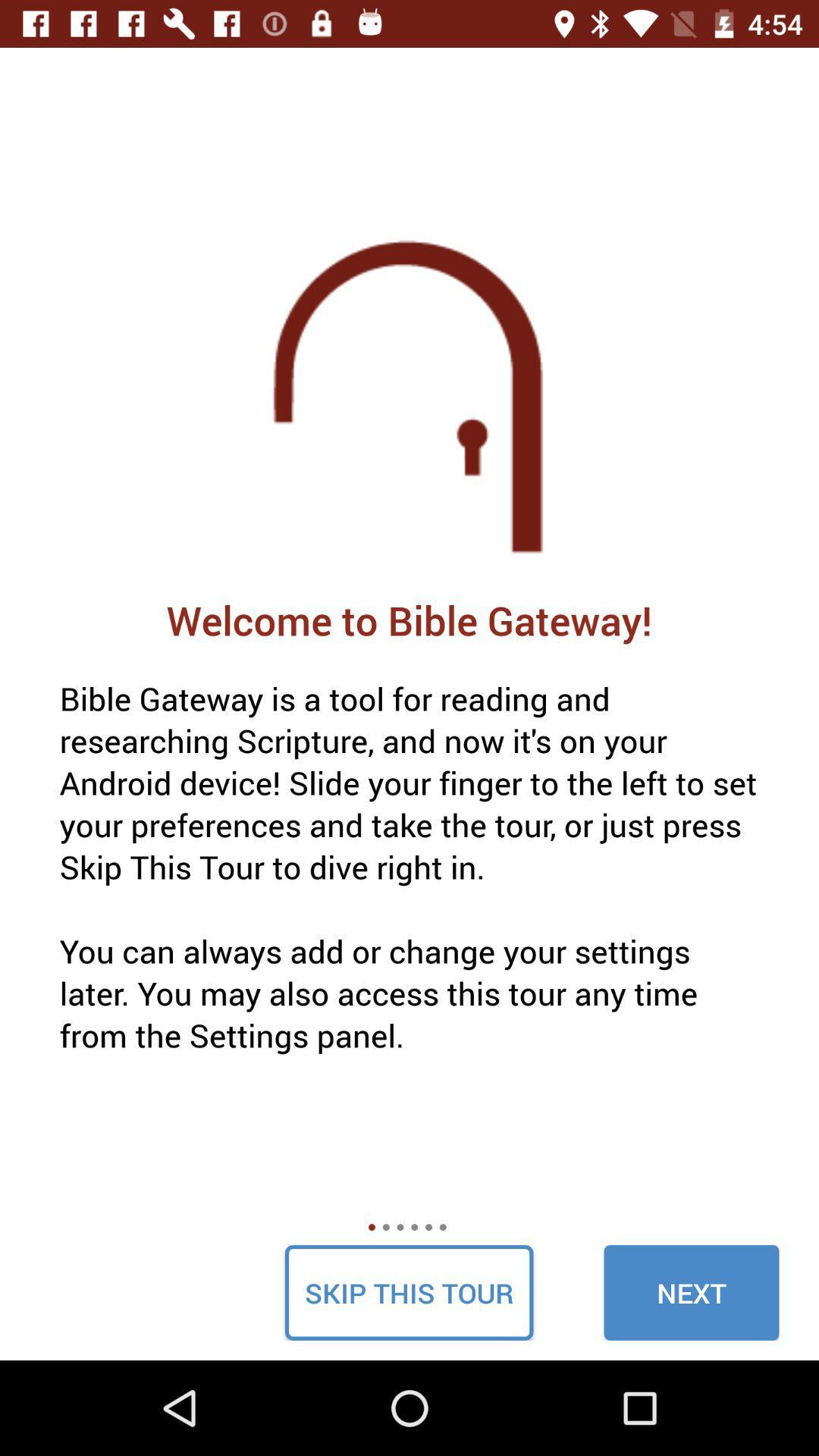 The height and width of the screenshot is (1456, 819). Describe the element at coordinates (691, 1291) in the screenshot. I see `the item next to skip this tour icon` at that location.